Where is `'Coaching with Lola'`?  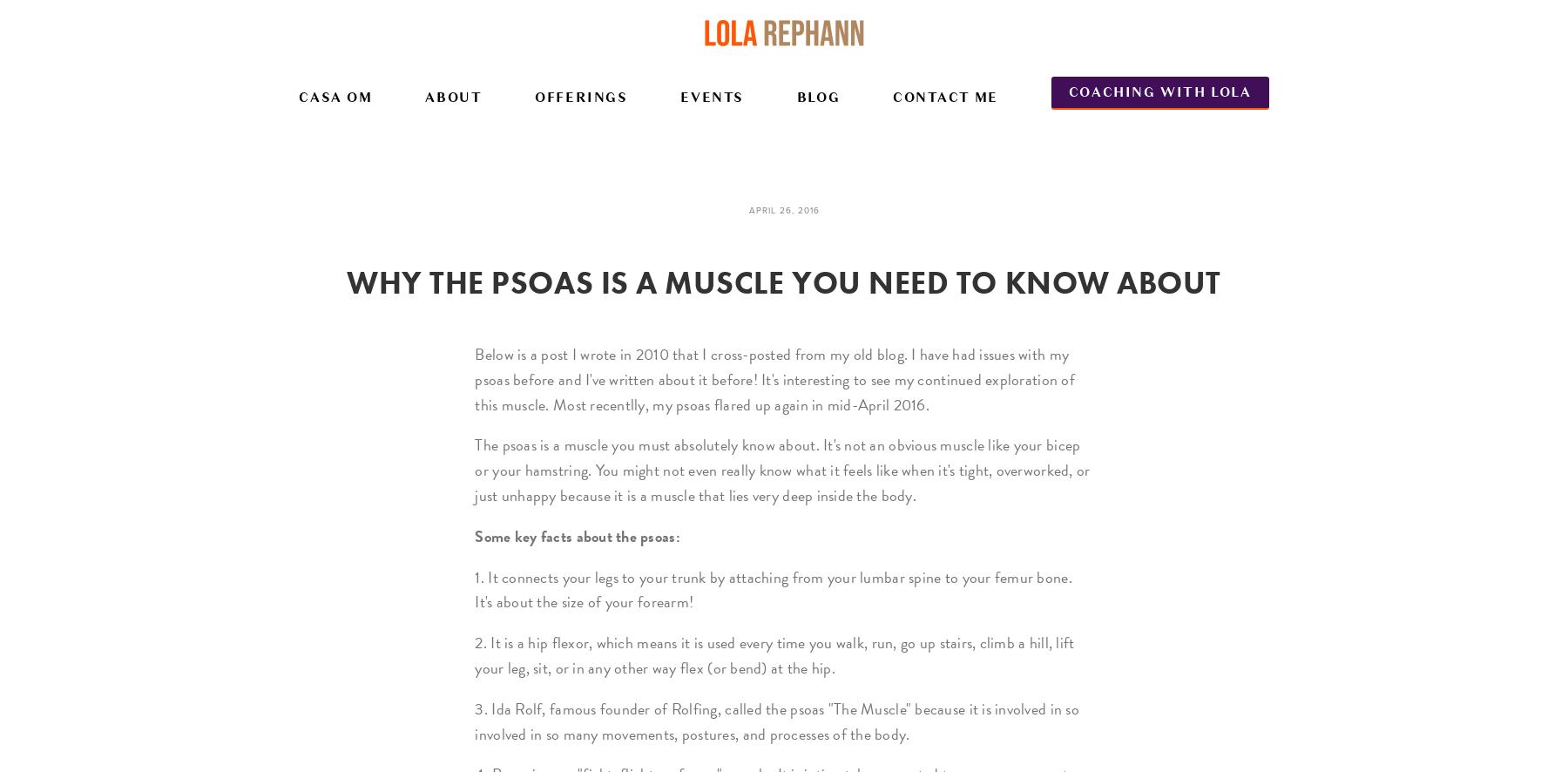
'Coaching with Lola' is located at coordinates (1159, 91).